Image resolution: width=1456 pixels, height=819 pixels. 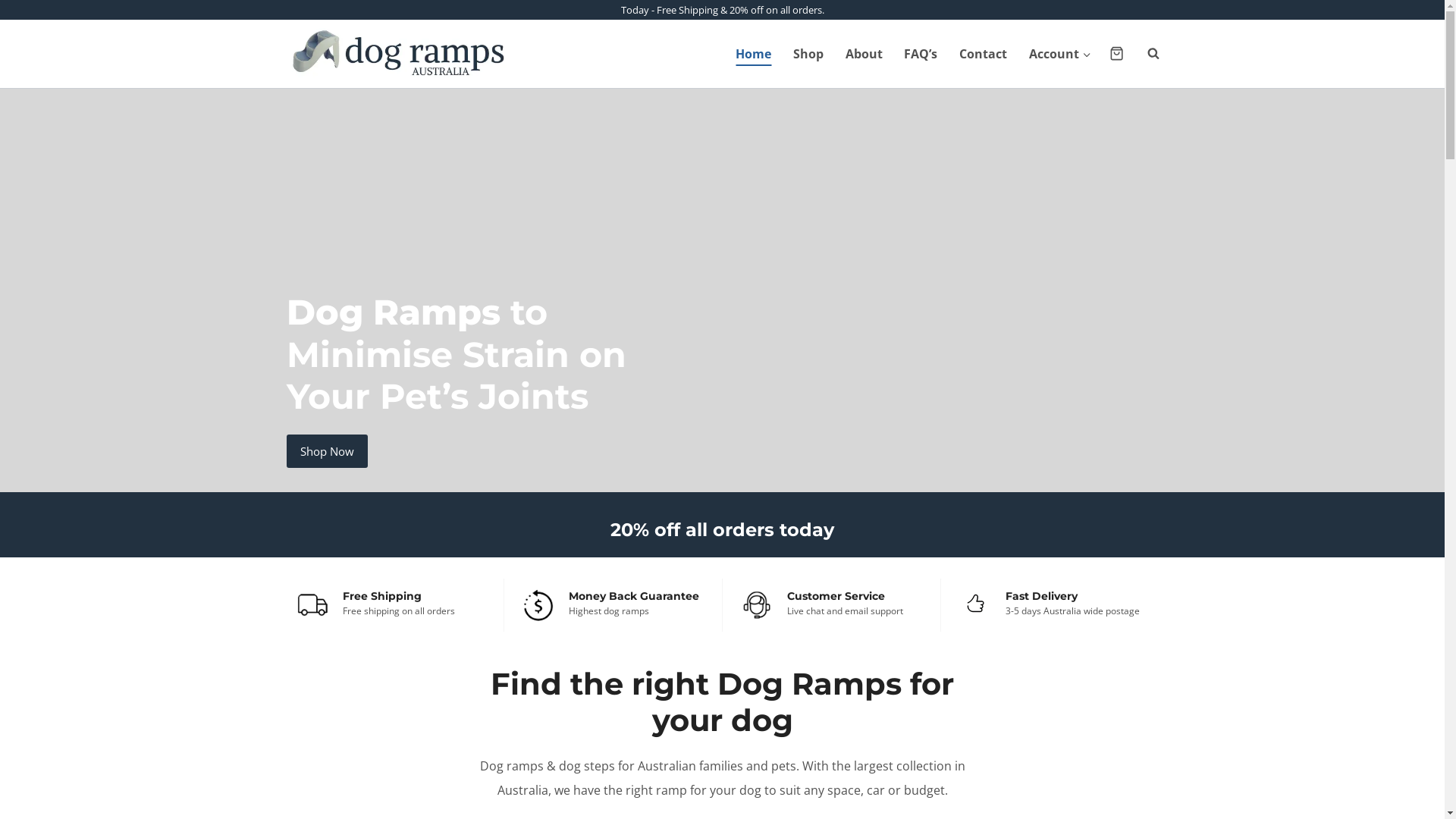 I want to click on 'About', so click(x=863, y=52).